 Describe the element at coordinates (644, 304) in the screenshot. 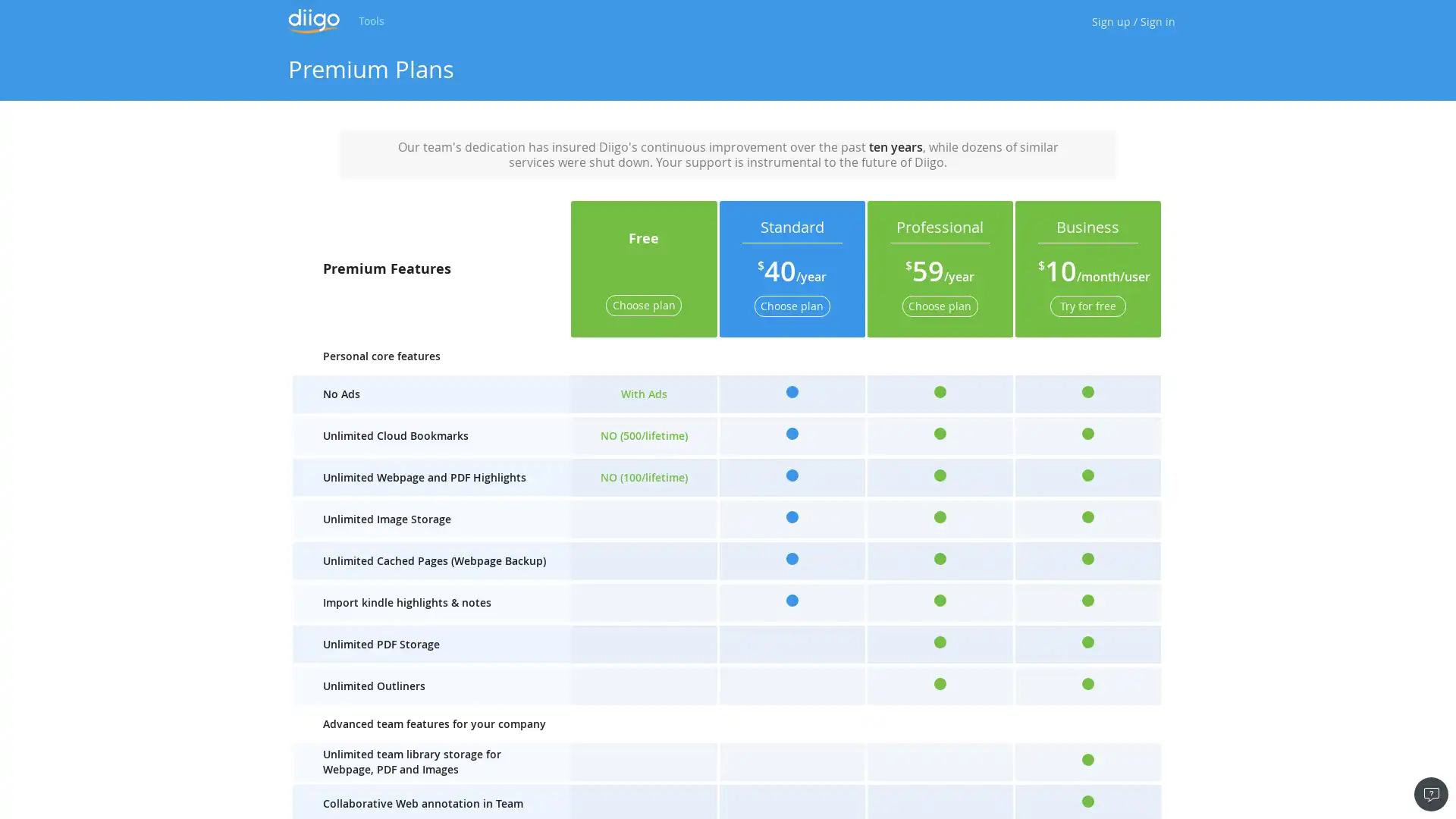

I see `Choose plan` at that location.